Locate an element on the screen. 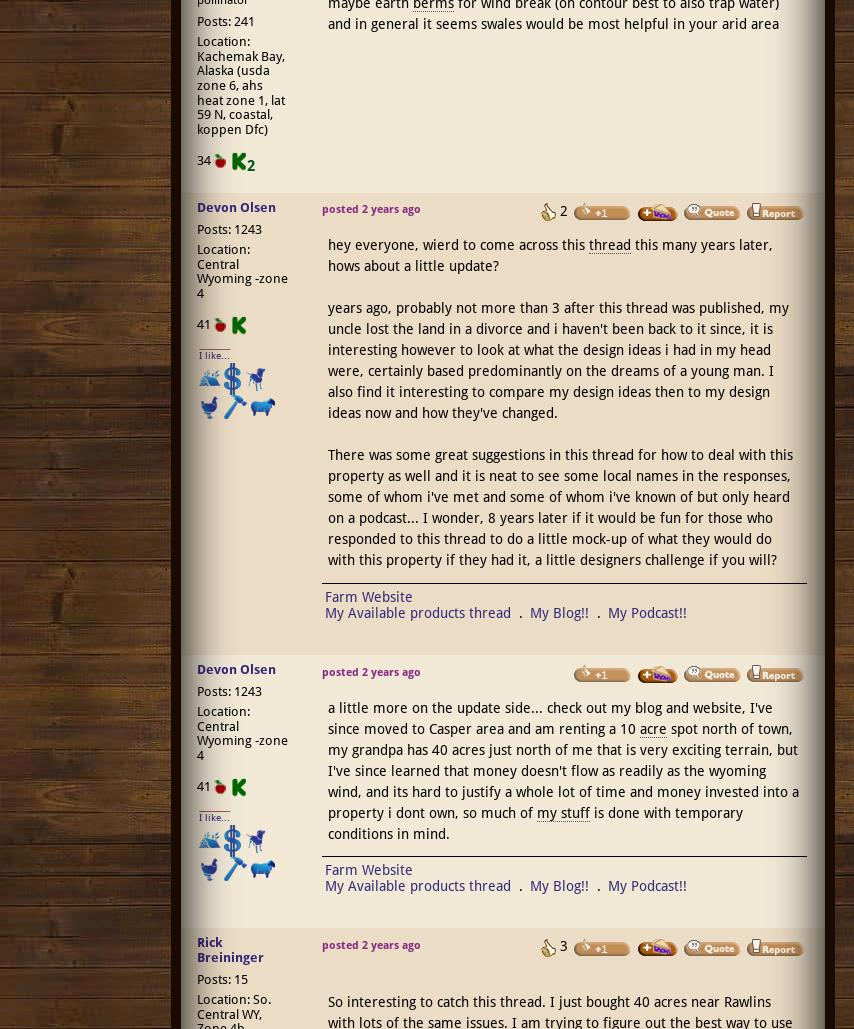 The height and width of the screenshot is (1029, 854). 'my stuff' is located at coordinates (561, 810).